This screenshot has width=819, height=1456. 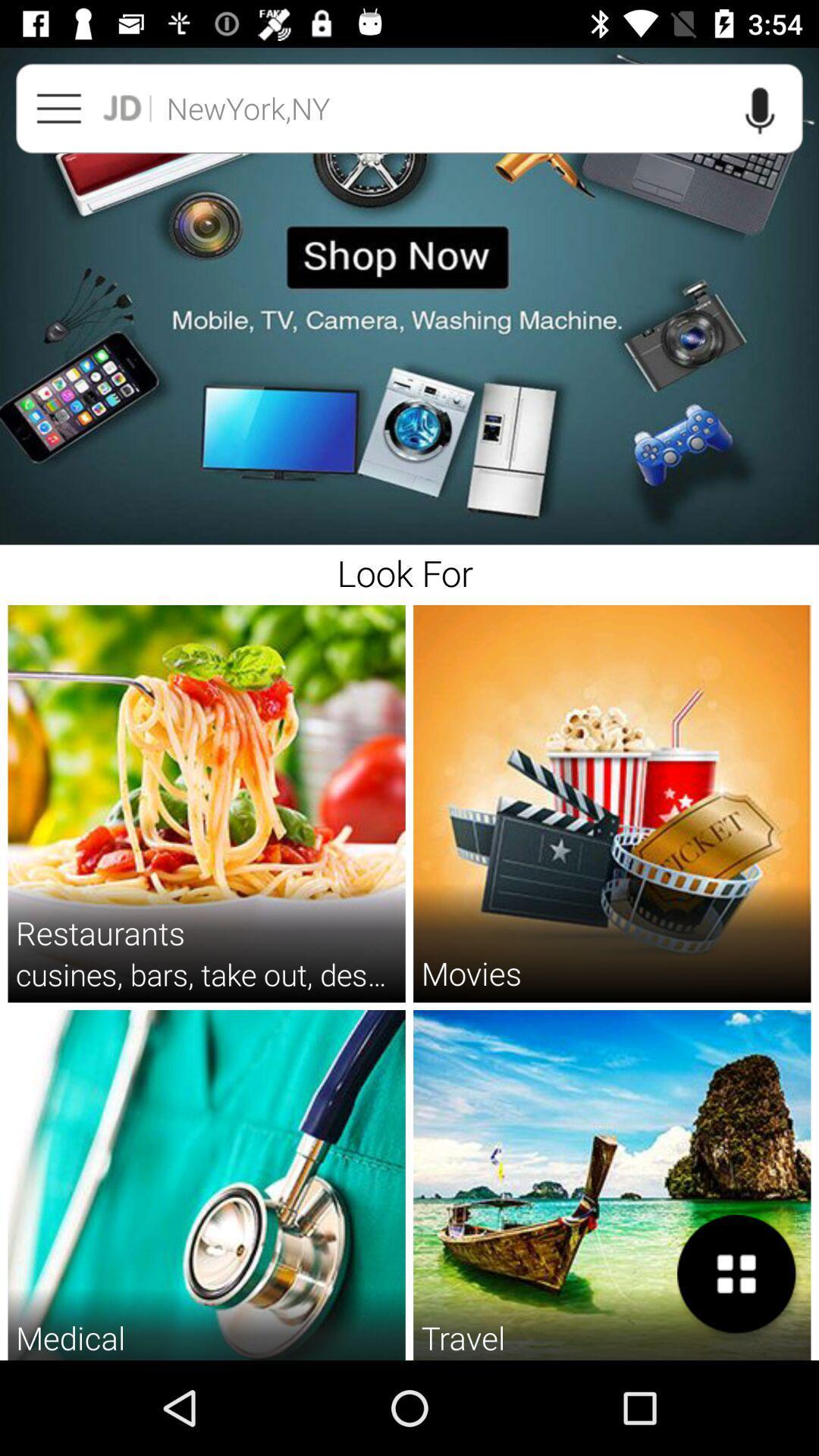 I want to click on icon above look for, so click(x=409, y=297).